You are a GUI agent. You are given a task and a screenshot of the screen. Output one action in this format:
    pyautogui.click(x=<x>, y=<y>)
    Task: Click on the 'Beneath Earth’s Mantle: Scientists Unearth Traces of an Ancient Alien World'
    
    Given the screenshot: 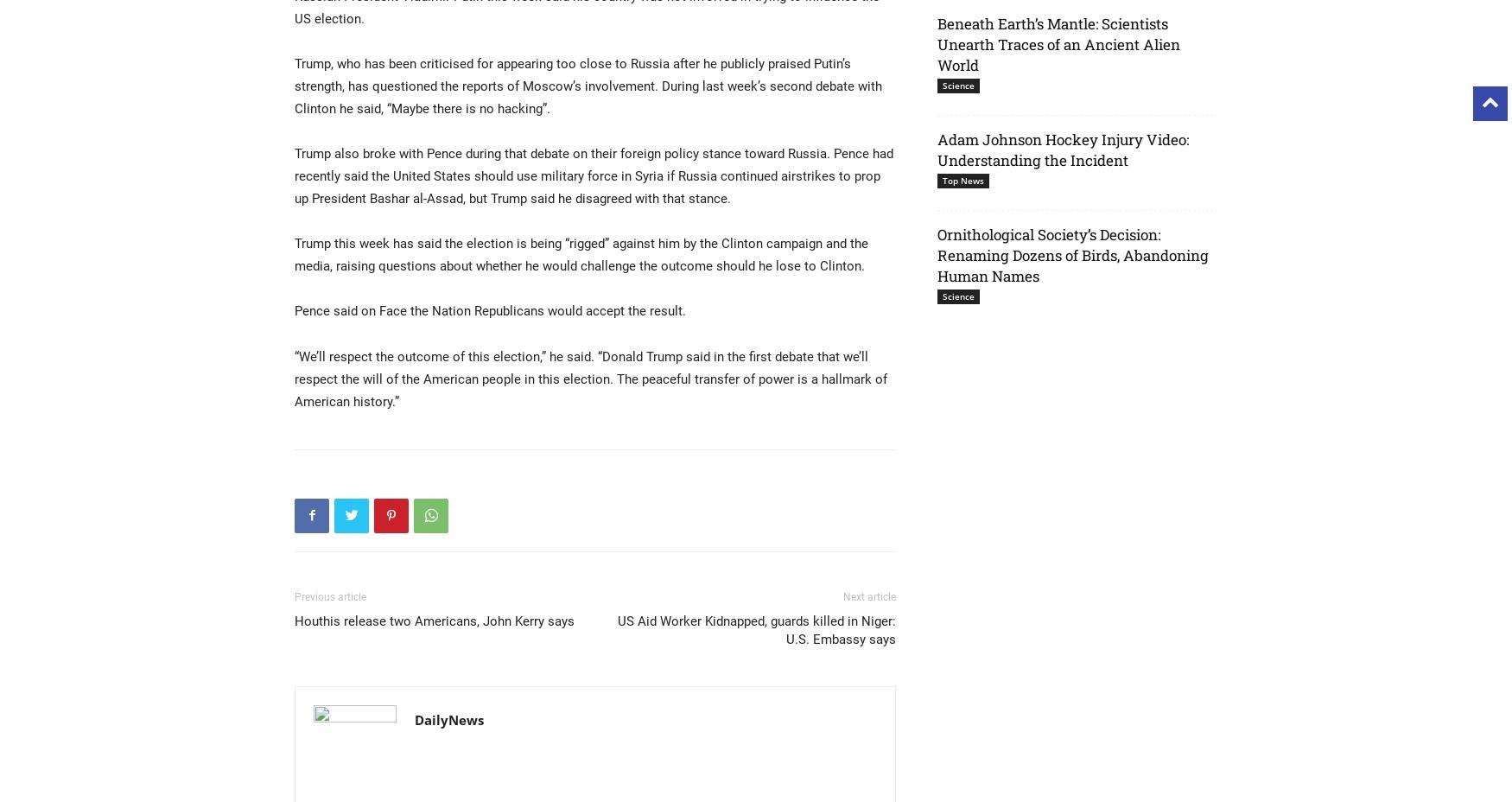 What is the action you would take?
    pyautogui.click(x=1058, y=43)
    